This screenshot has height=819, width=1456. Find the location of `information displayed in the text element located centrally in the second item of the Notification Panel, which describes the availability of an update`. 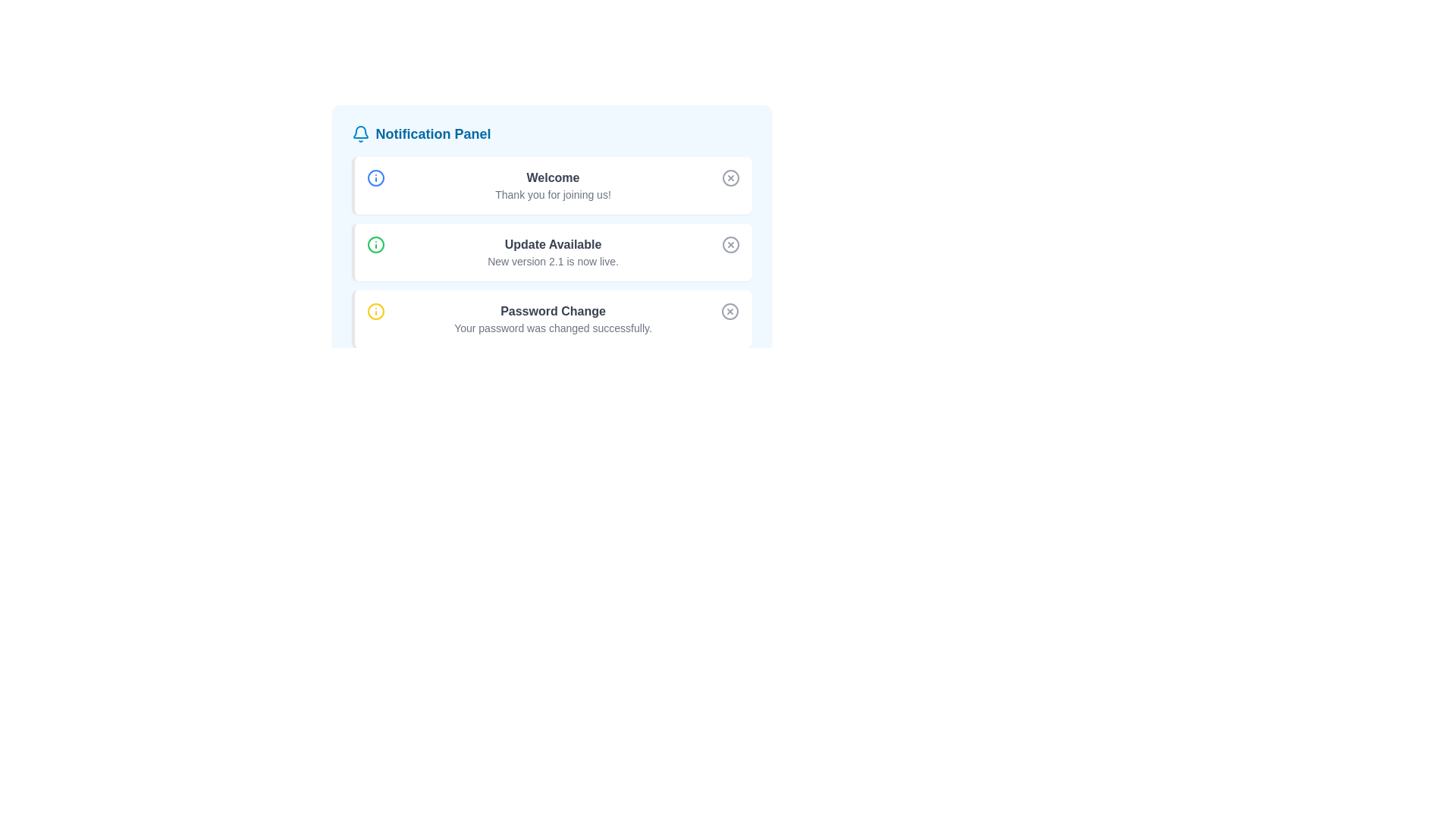

information displayed in the text element located centrally in the second item of the Notification Panel, which describes the availability of an update is located at coordinates (552, 251).